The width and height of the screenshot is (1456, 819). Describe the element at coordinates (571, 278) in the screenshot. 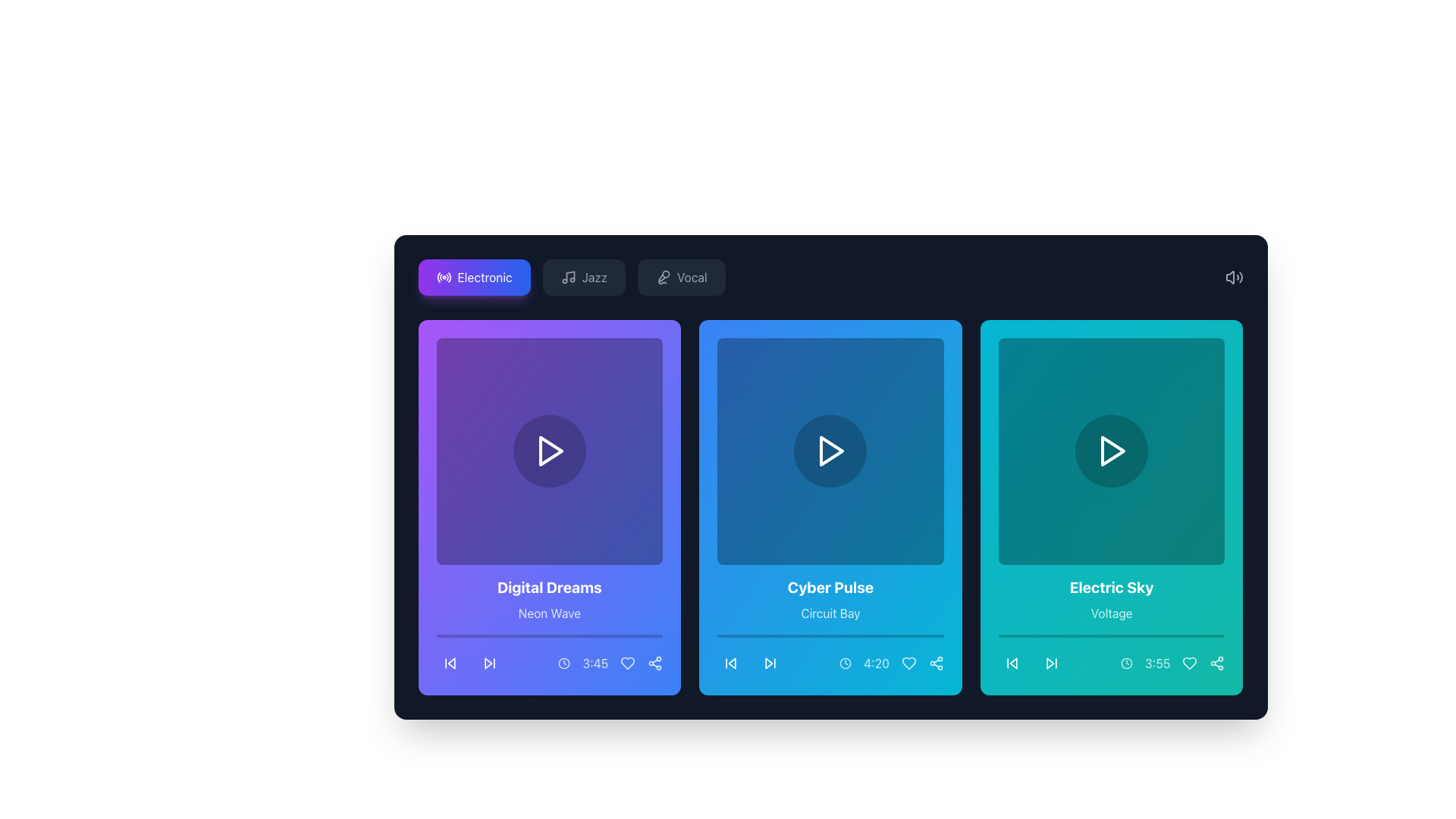

I see `the 'Electronic' genre button to observe the hover effects` at that location.